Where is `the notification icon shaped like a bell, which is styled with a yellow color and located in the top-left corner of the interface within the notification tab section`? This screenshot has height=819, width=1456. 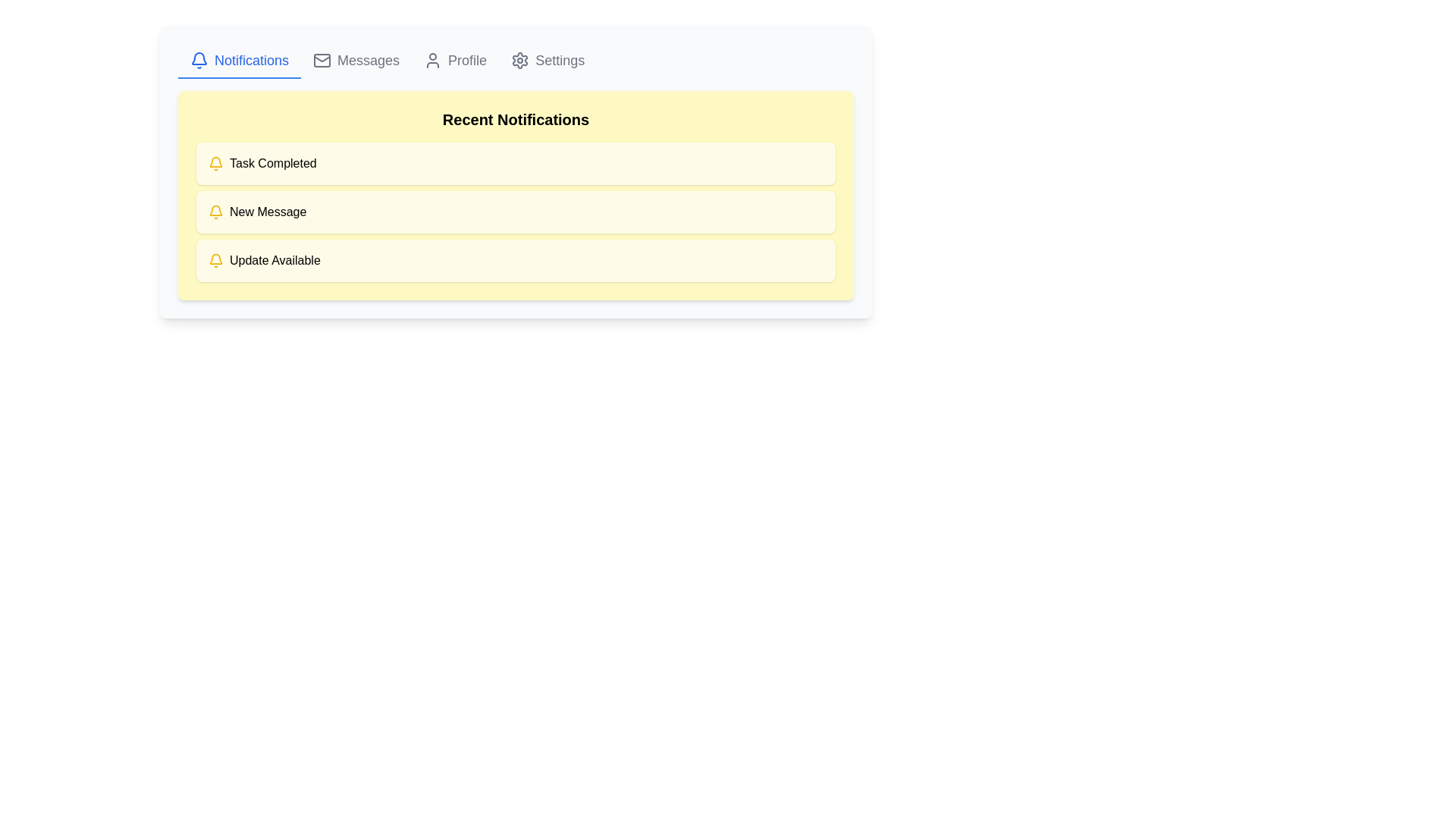
the notification icon shaped like a bell, which is styled with a yellow color and located in the top-left corner of the interface within the notification tab section is located at coordinates (215, 210).